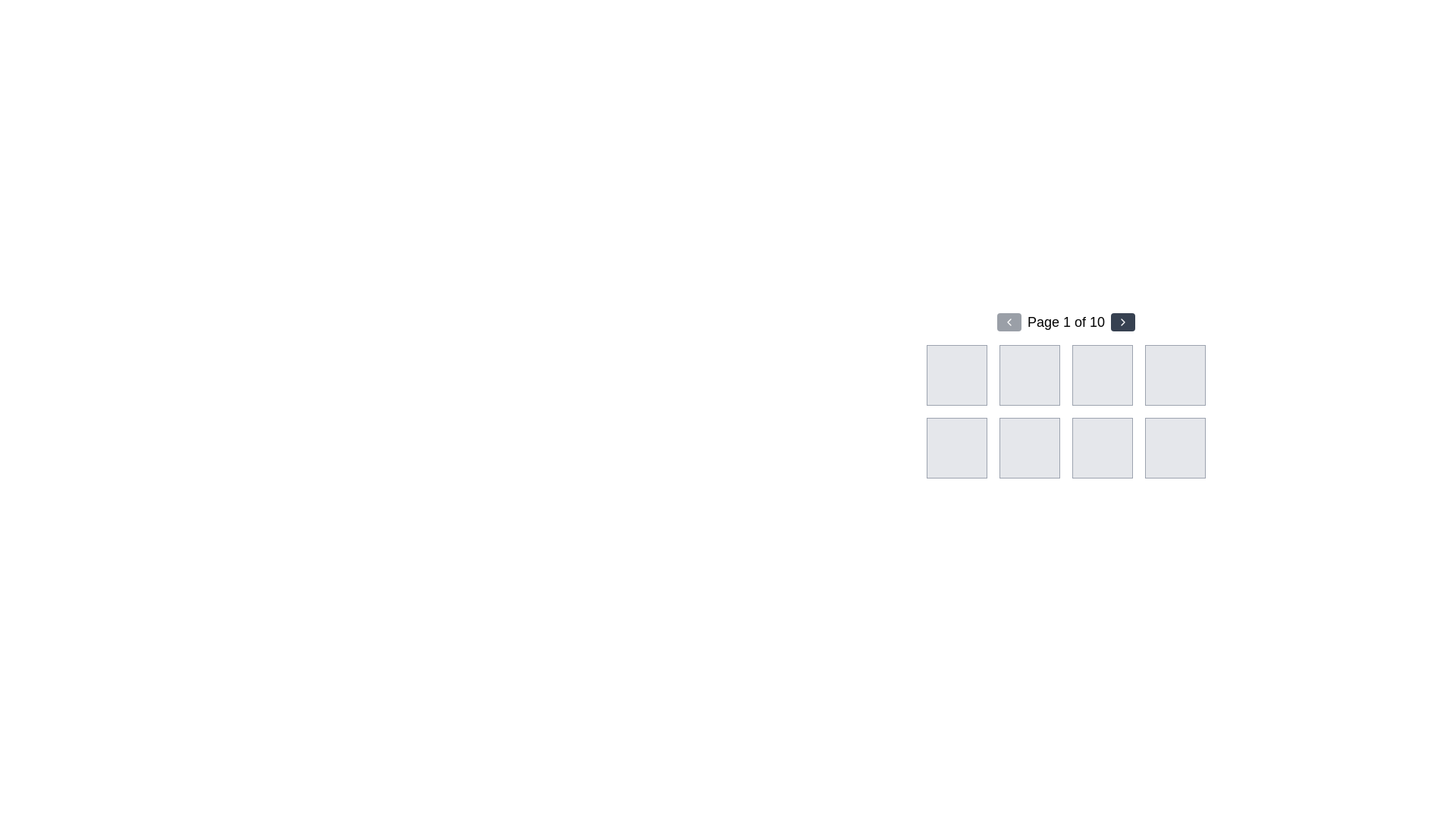 This screenshot has height=819, width=1456. I want to click on the leftmost navigation button located at the top-center of the interface, so click(1009, 321).